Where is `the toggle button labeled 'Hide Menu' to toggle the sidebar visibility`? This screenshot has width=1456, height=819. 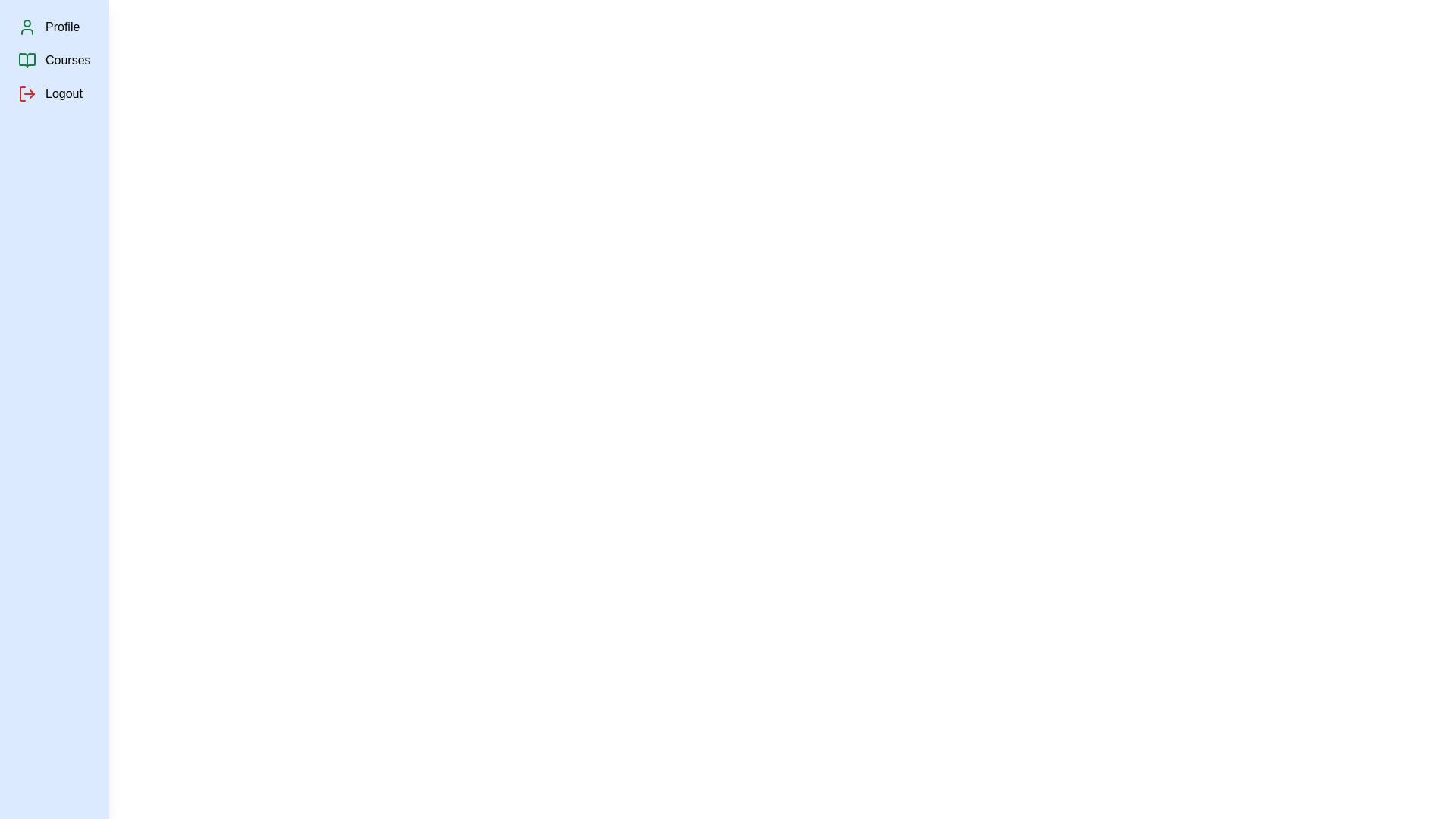 the toggle button labeled 'Hide Menu' to toggle the sidebar visibility is located at coordinates (47, 20).